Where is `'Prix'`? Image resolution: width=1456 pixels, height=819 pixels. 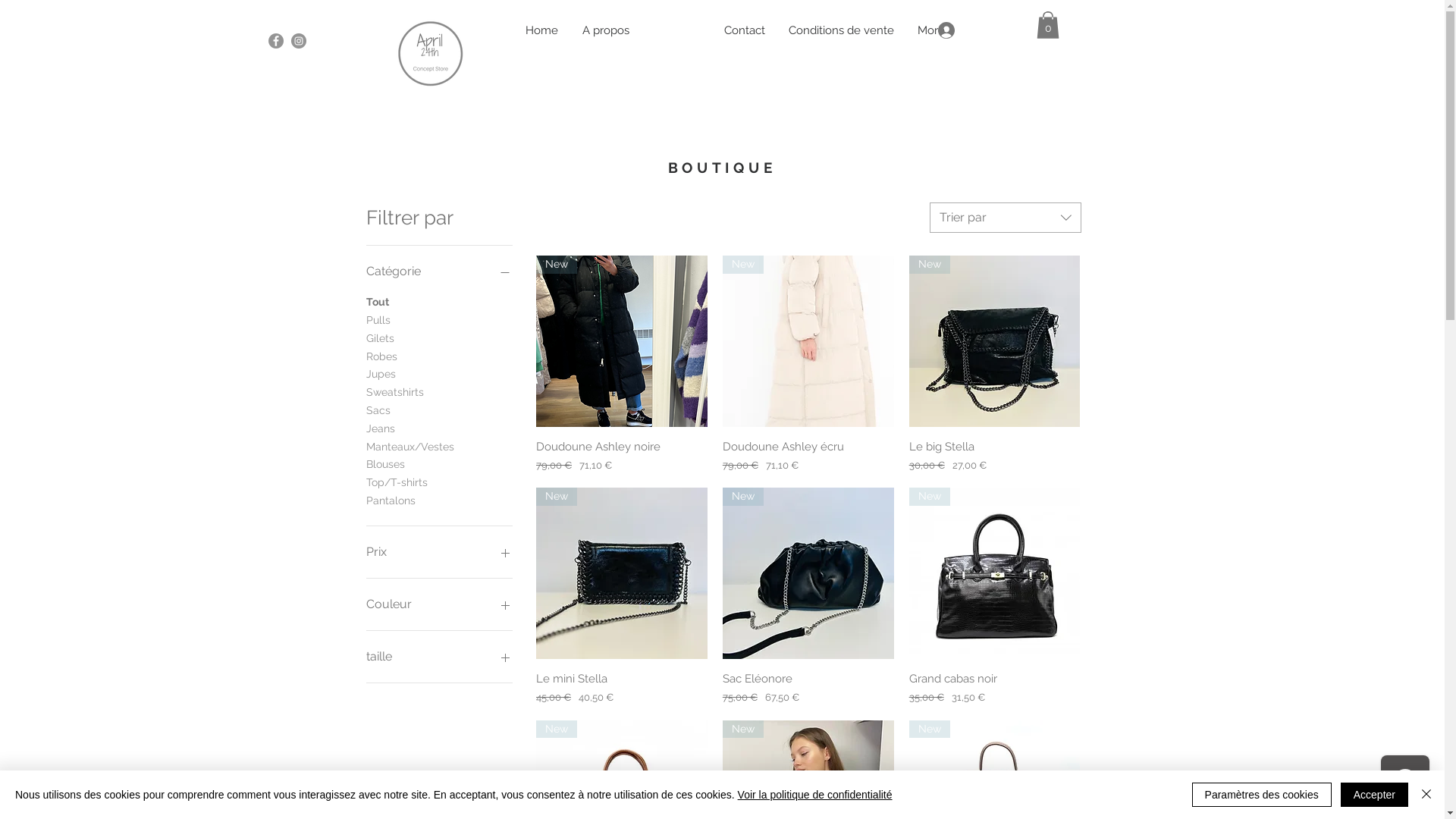
'Prix' is located at coordinates (438, 552).